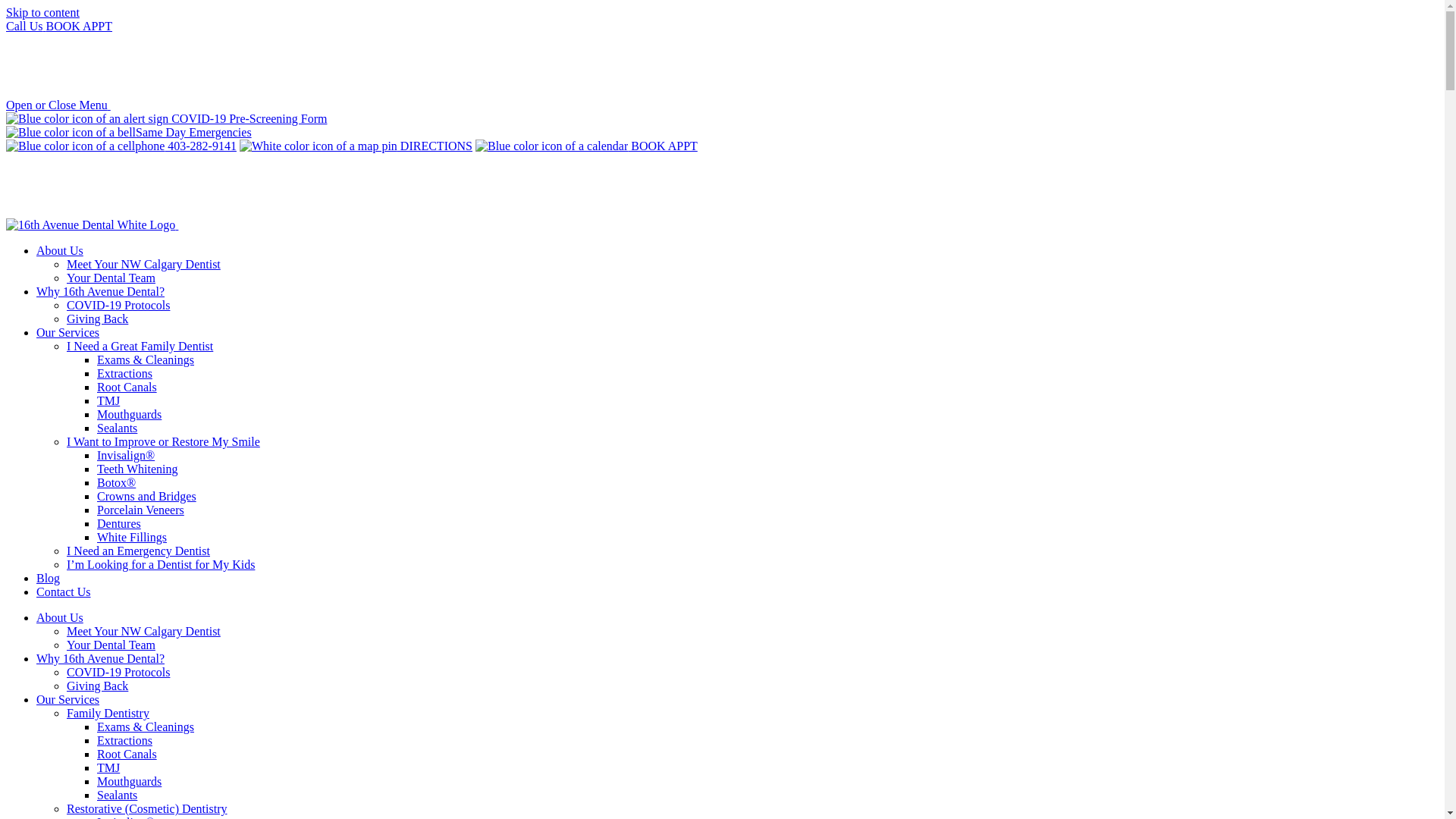 This screenshot has width=1456, height=819. Describe the element at coordinates (120, 146) in the screenshot. I see `'403-282-9141'` at that location.